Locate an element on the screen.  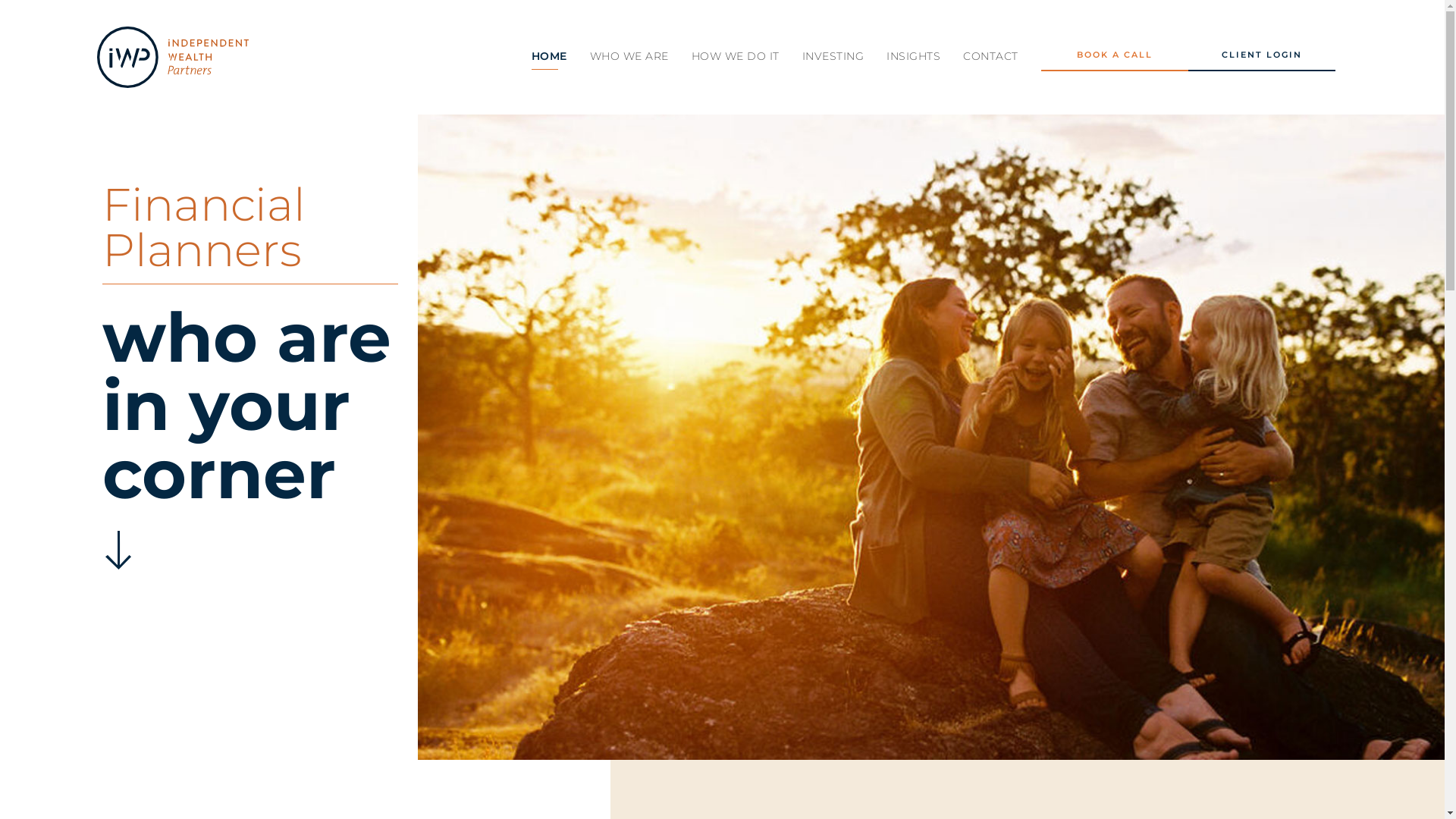
'INSIGHTS' is located at coordinates (886, 55).